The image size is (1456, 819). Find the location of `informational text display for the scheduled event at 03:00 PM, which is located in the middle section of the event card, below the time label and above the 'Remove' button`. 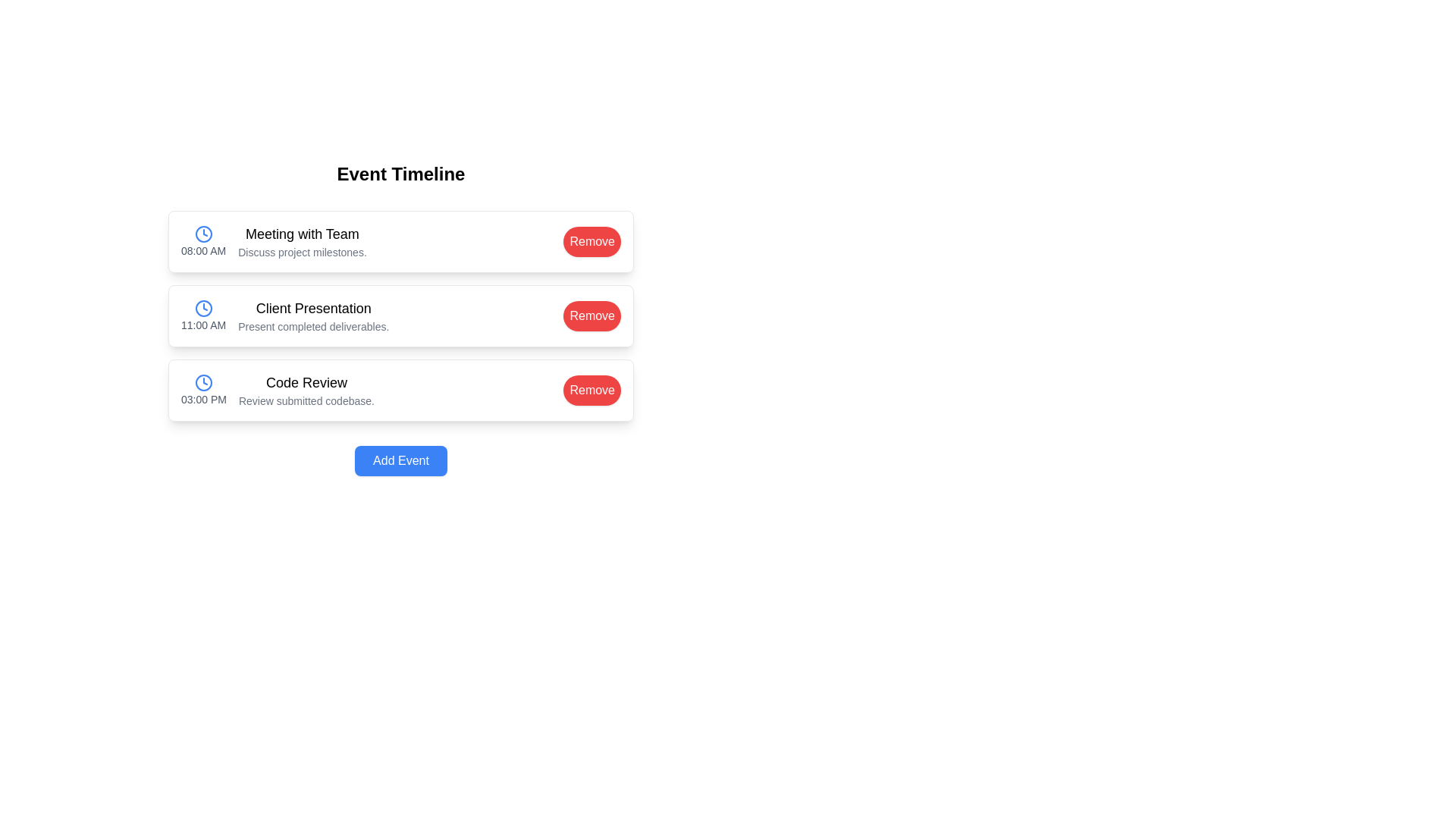

informational text display for the scheduled event at 03:00 PM, which is located in the middle section of the event card, below the time label and above the 'Remove' button is located at coordinates (306, 390).